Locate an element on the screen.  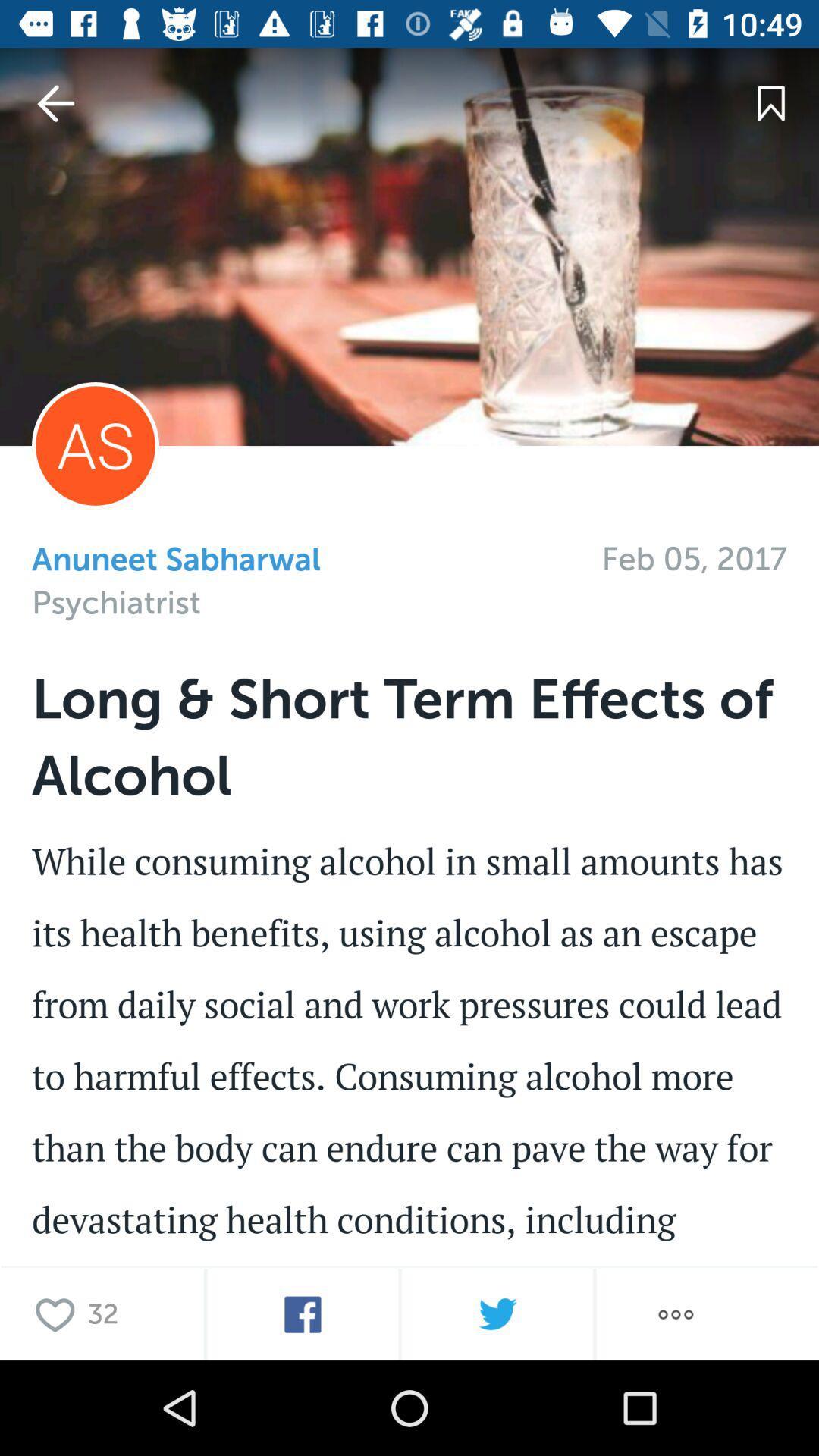
the facebook logo on the web page is located at coordinates (303, 1313).